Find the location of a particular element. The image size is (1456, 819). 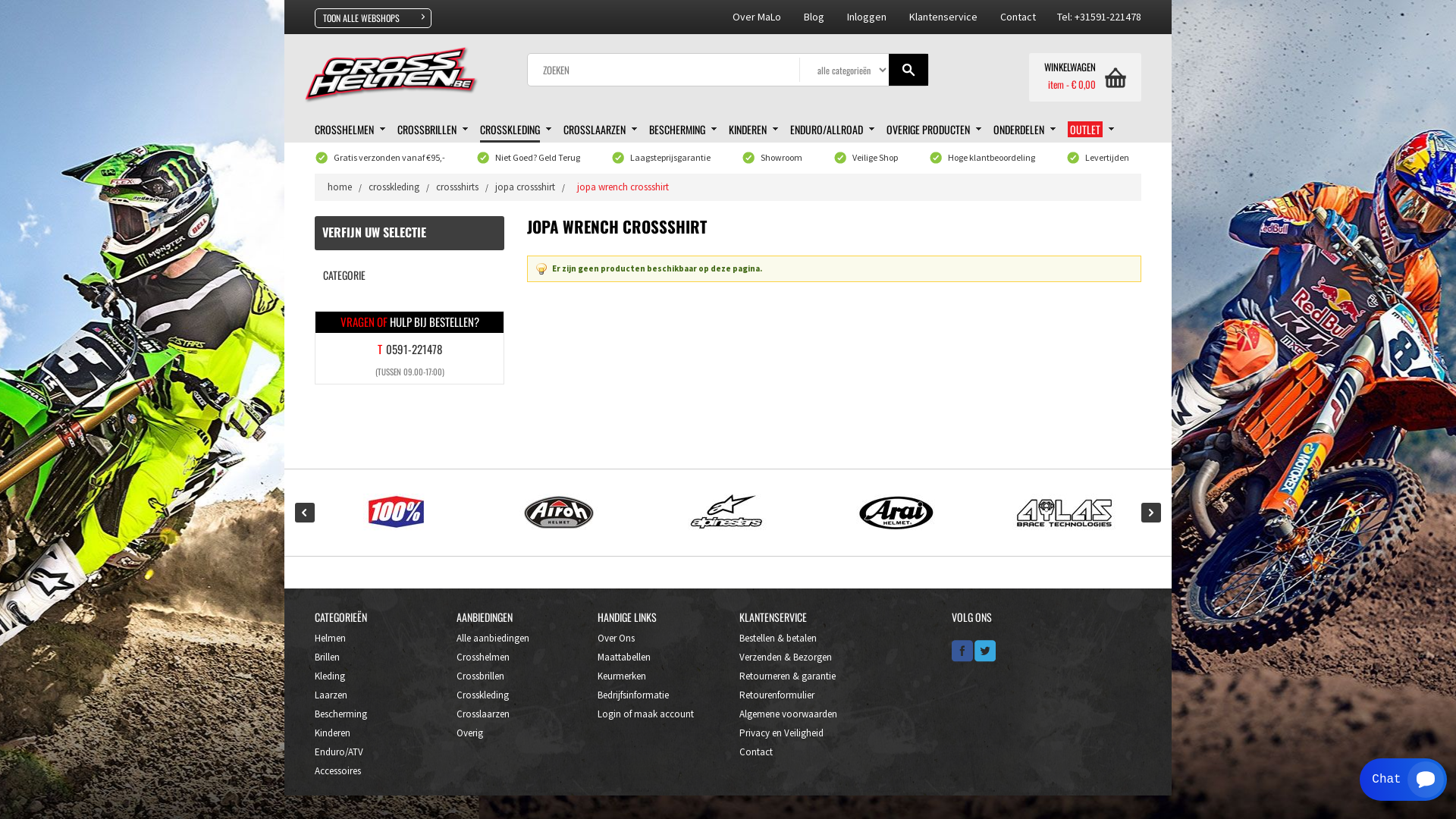

'WINKELWAGEN' is located at coordinates (1084, 69).